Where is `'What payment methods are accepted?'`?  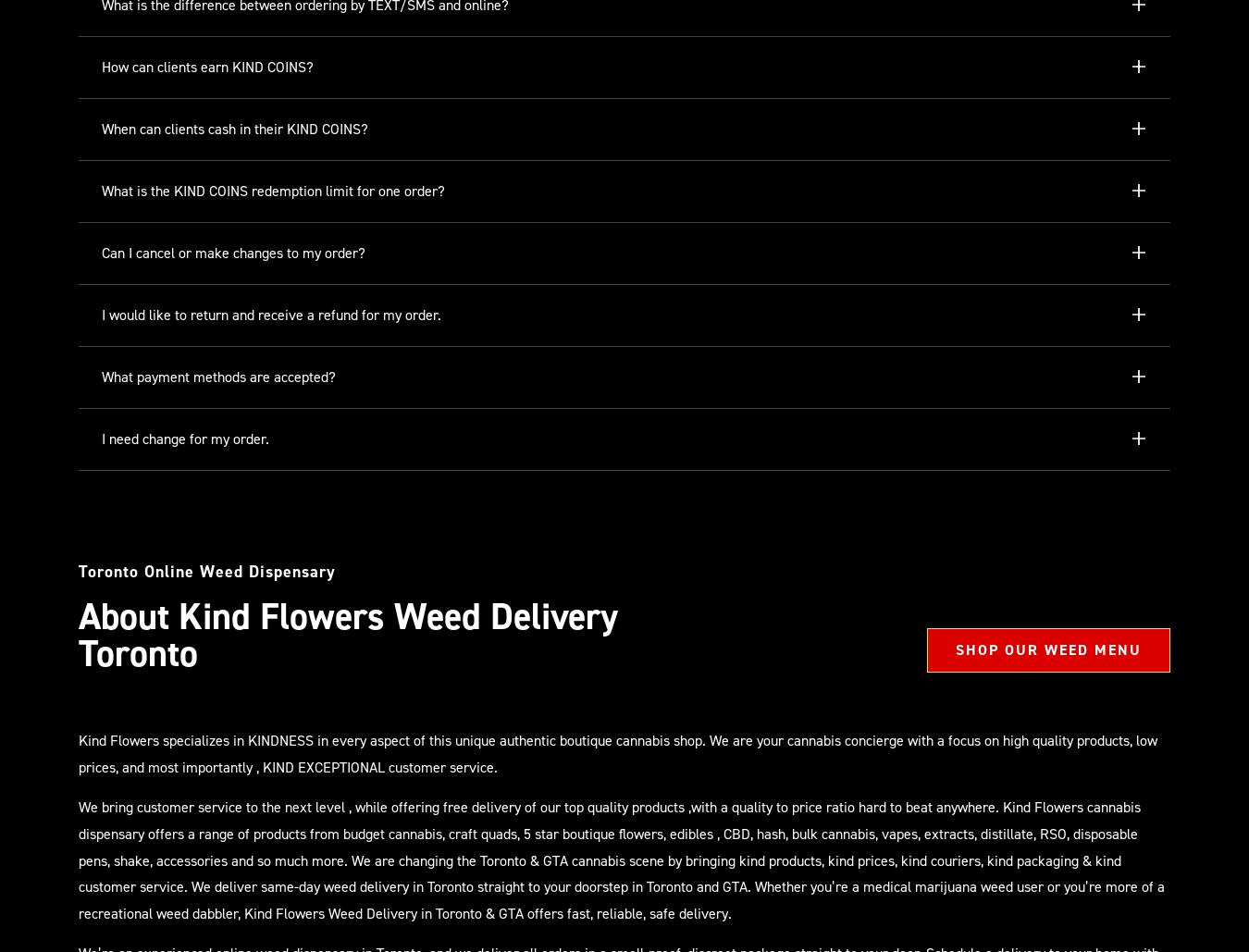
'What payment methods are accepted?' is located at coordinates (217, 376).